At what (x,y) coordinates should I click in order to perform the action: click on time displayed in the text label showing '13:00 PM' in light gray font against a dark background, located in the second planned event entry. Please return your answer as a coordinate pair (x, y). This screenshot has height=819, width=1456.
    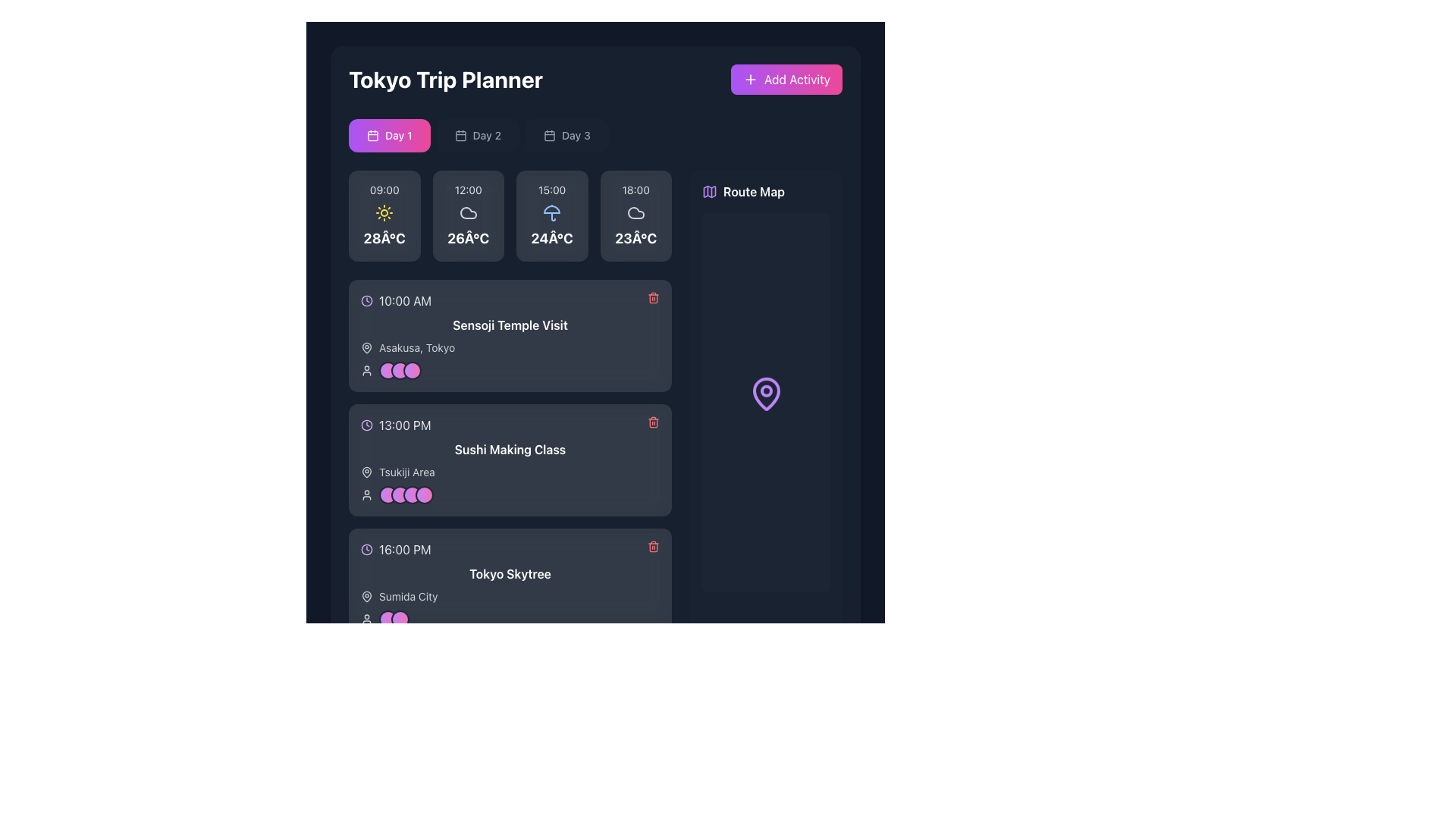
    Looking at the image, I should click on (405, 425).